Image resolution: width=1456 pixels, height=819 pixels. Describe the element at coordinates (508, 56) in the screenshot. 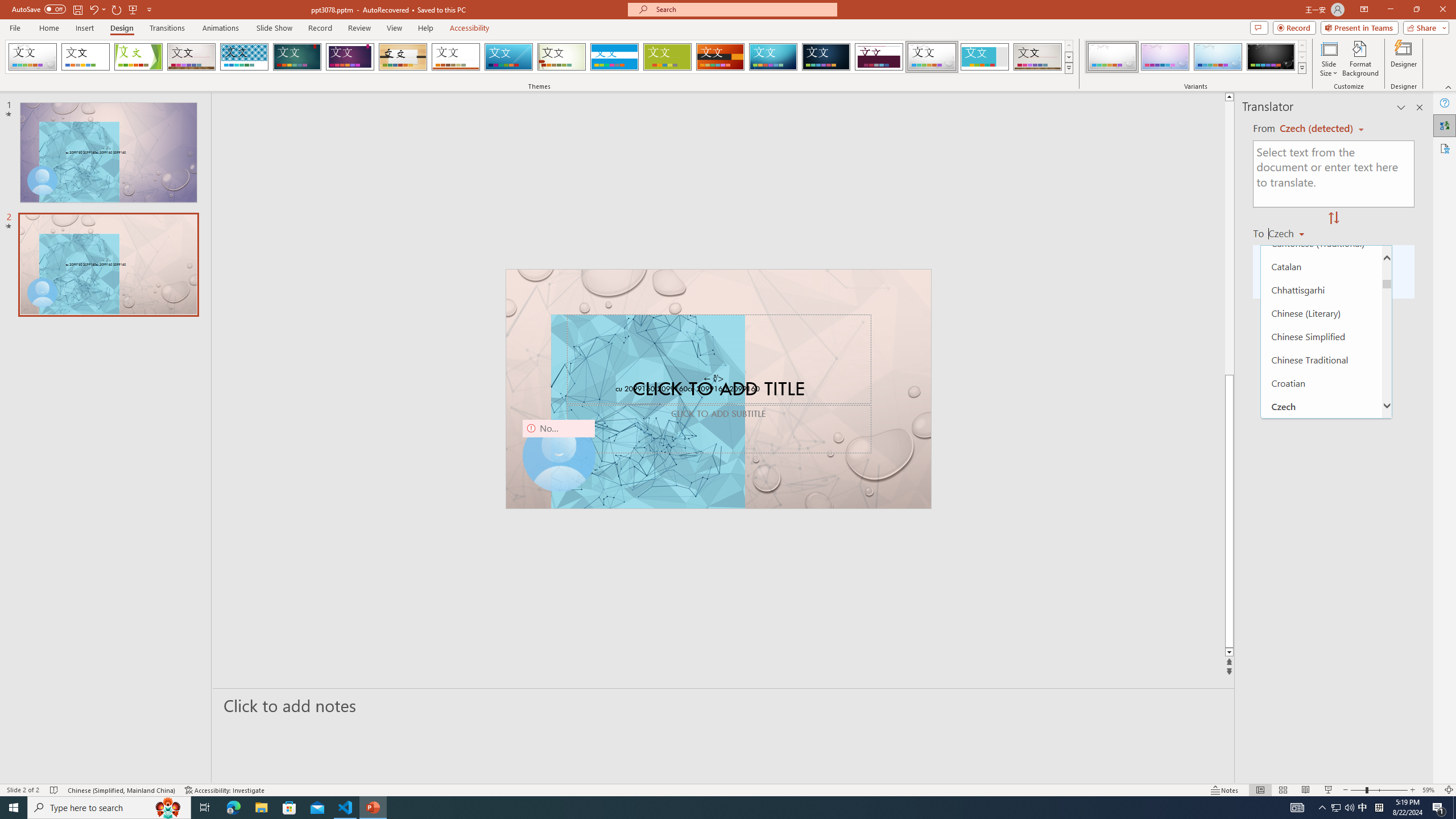

I see `'Slice'` at that location.